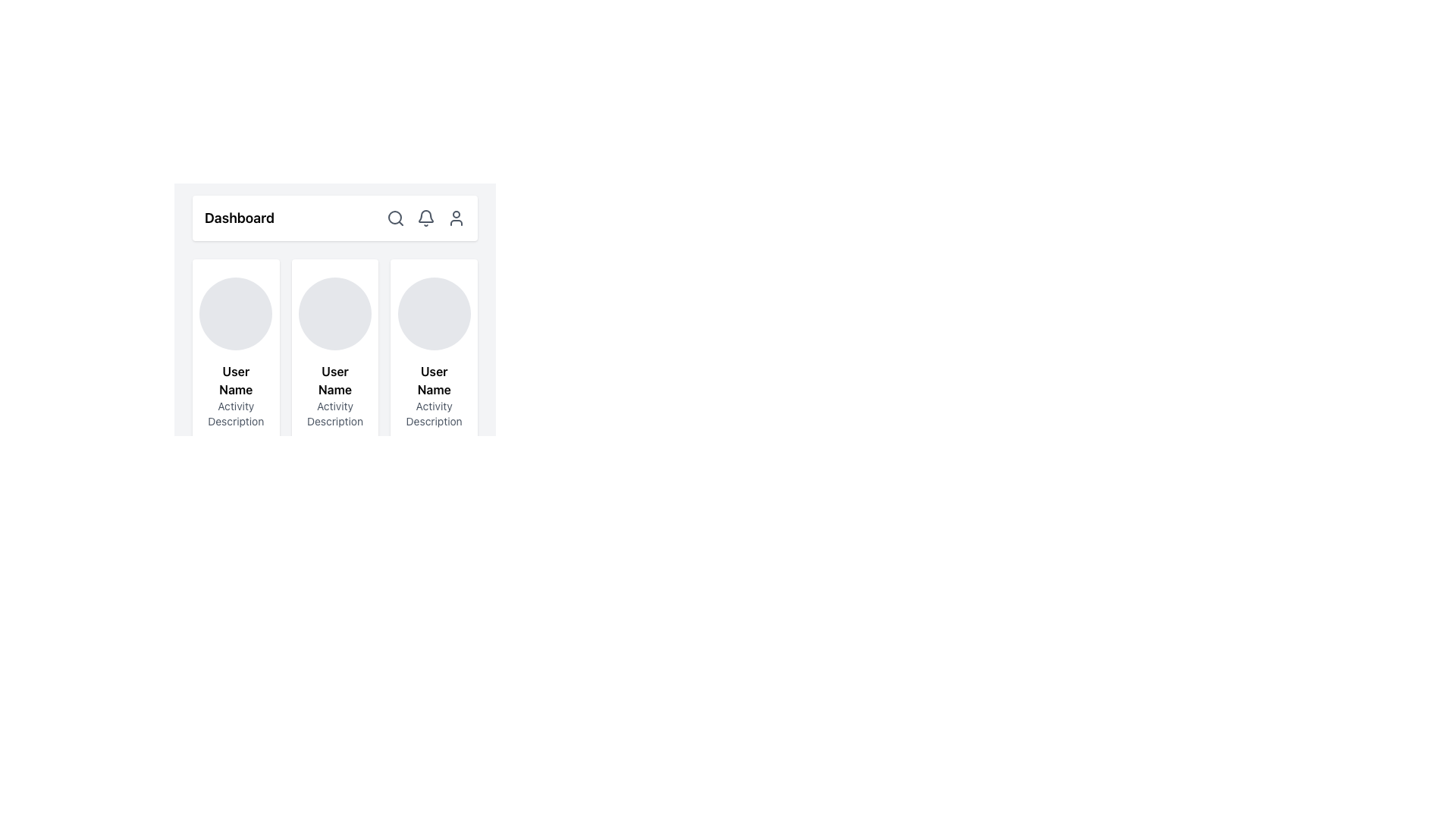 The image size is (1456, 819). What do you see at coordinates (334, 379) in the screenshot?
I see `the 'User Name' text label, which is styled in bold and located in the center column of the vertical group above a descriptive label and a button` at bounding box center [334, 379].